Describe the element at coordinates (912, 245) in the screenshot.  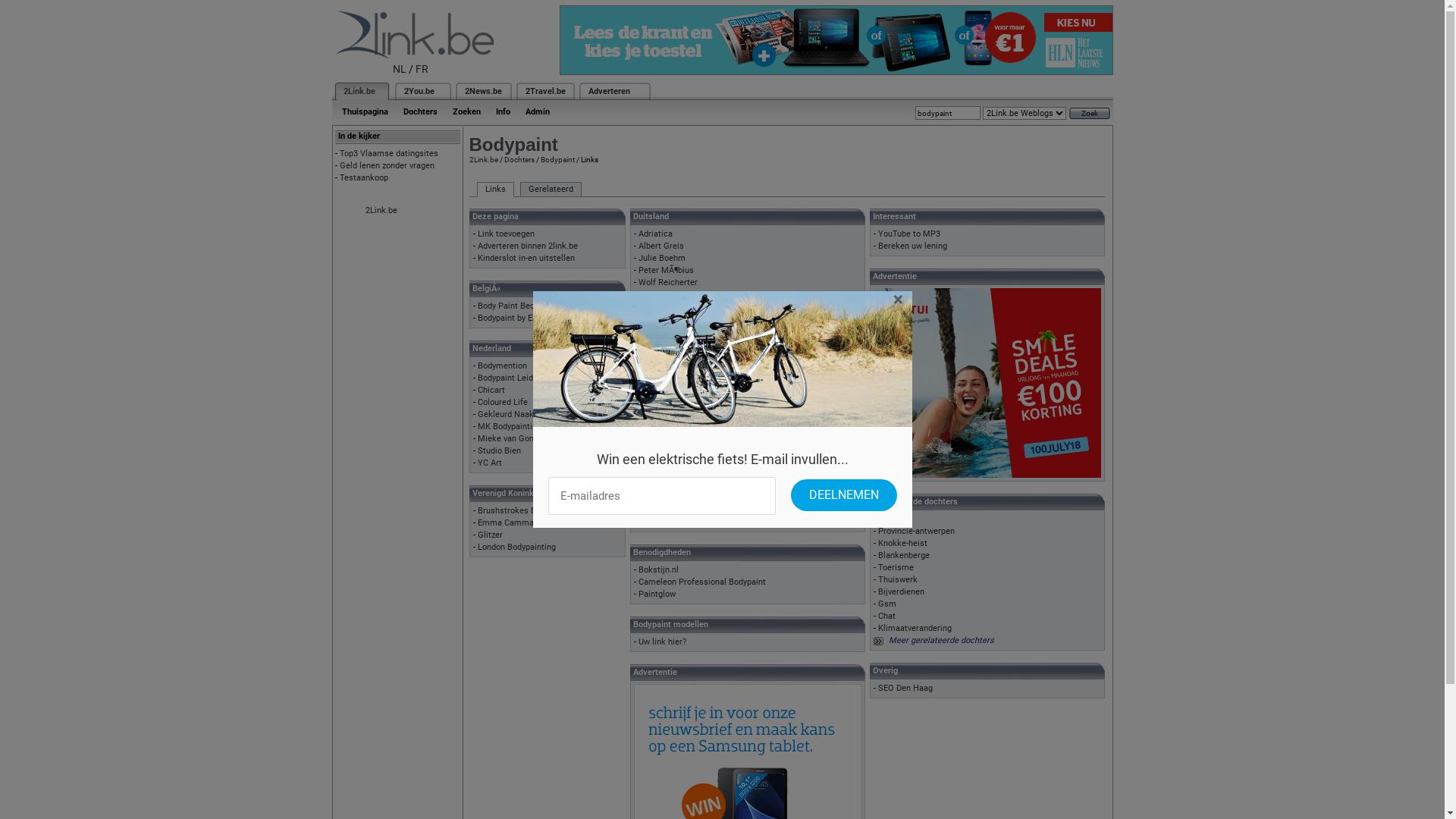
I see `'Bereken uw lening'` at that location.